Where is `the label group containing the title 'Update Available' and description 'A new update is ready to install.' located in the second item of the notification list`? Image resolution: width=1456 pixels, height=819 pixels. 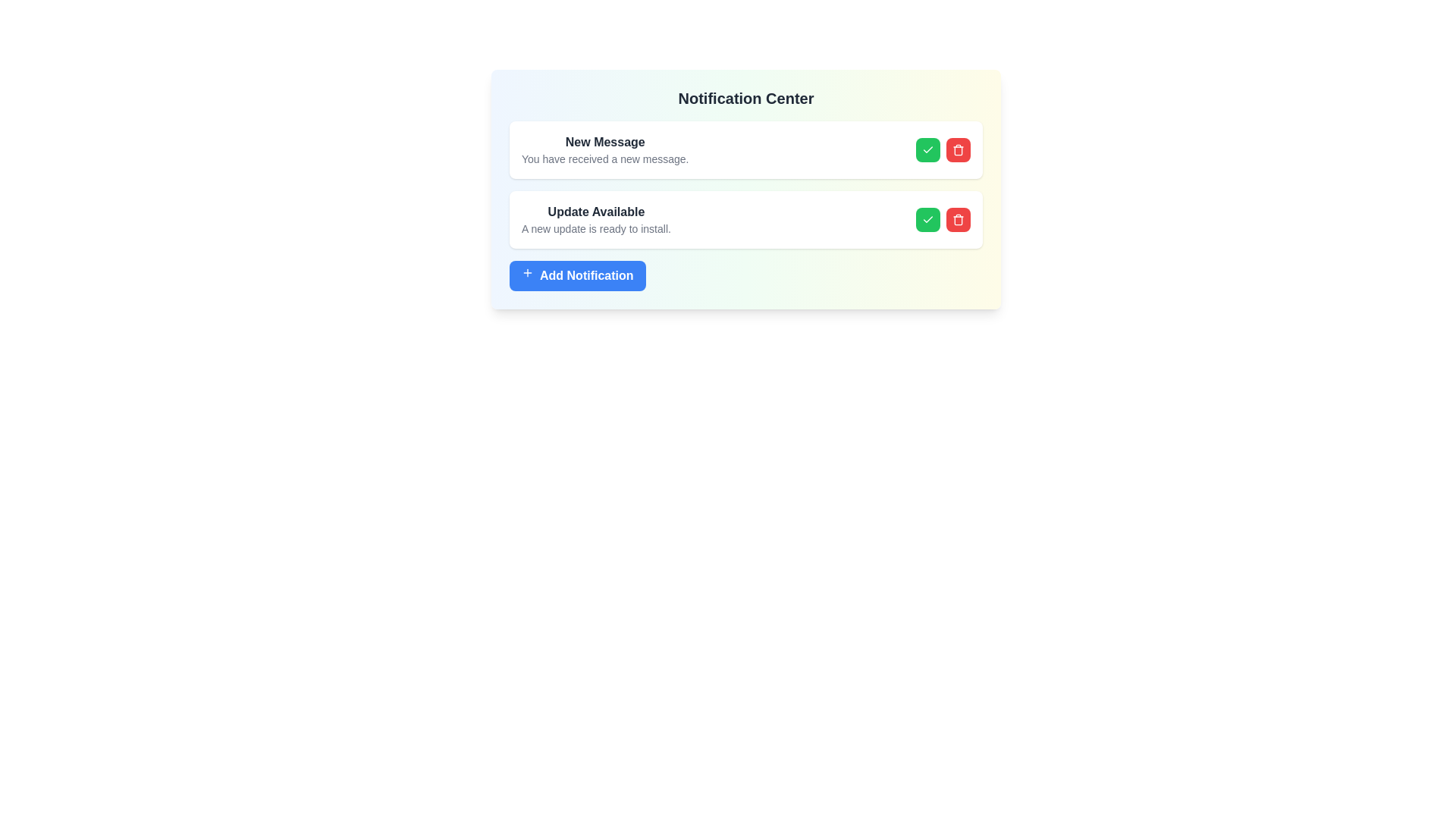
the label group containing the title 'Update Available' and description 'A new update is ready to install.' located in the second item of the notification list is located at coordinates (595, 219).